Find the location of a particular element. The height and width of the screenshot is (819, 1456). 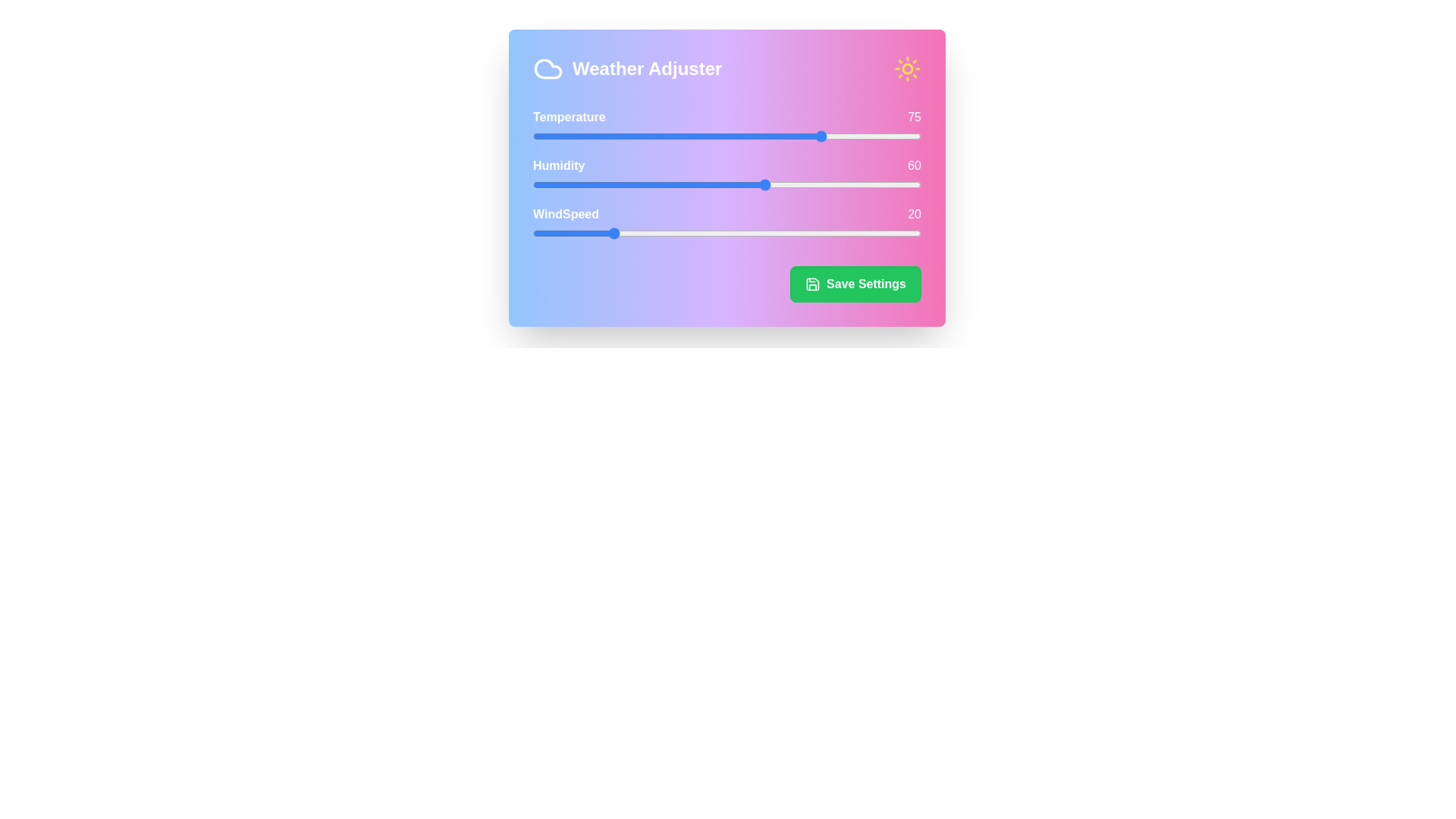

the distinct save button located at the bottom-right section of the Weather Adjuster interface is located at coordinates (855, 284).